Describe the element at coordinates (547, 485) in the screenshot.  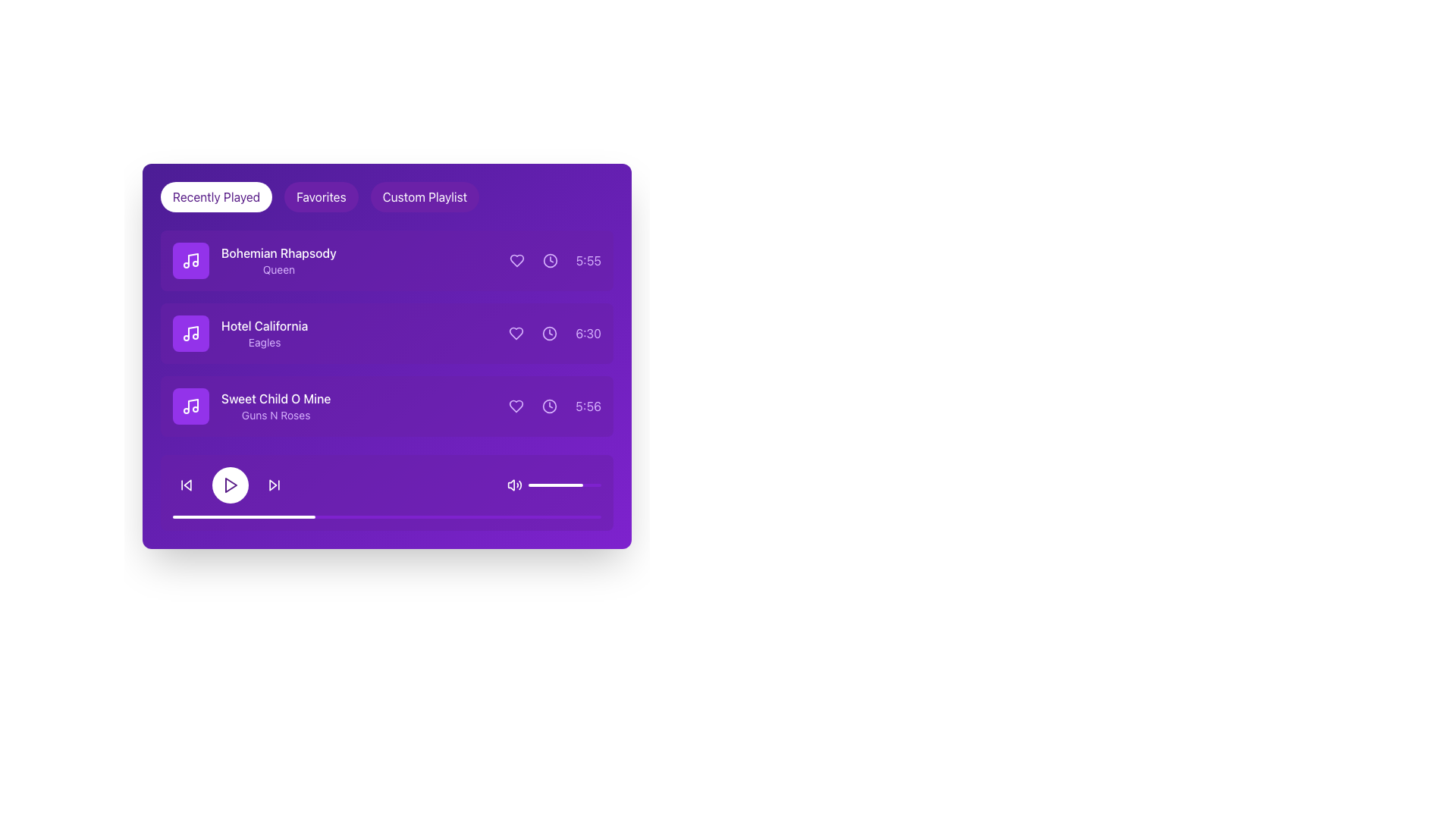
I see `the volume level` at that location.